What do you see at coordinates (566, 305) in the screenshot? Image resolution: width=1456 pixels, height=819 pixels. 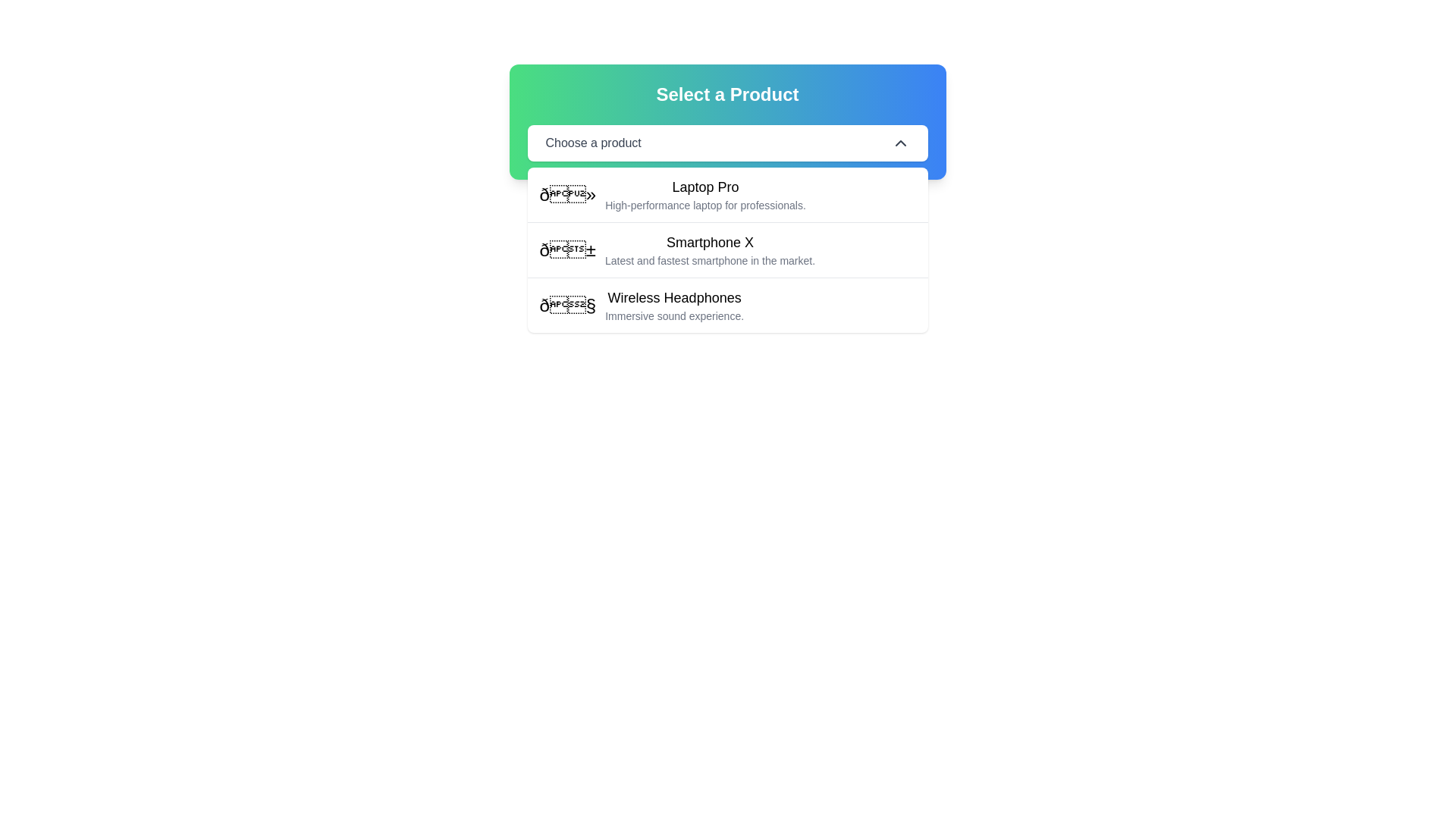 I see `the emoji icon 🎧 which is styled prominently and located at the beginning of the product description for 'Wireless Headphones'` at bounding box center [566, 305].